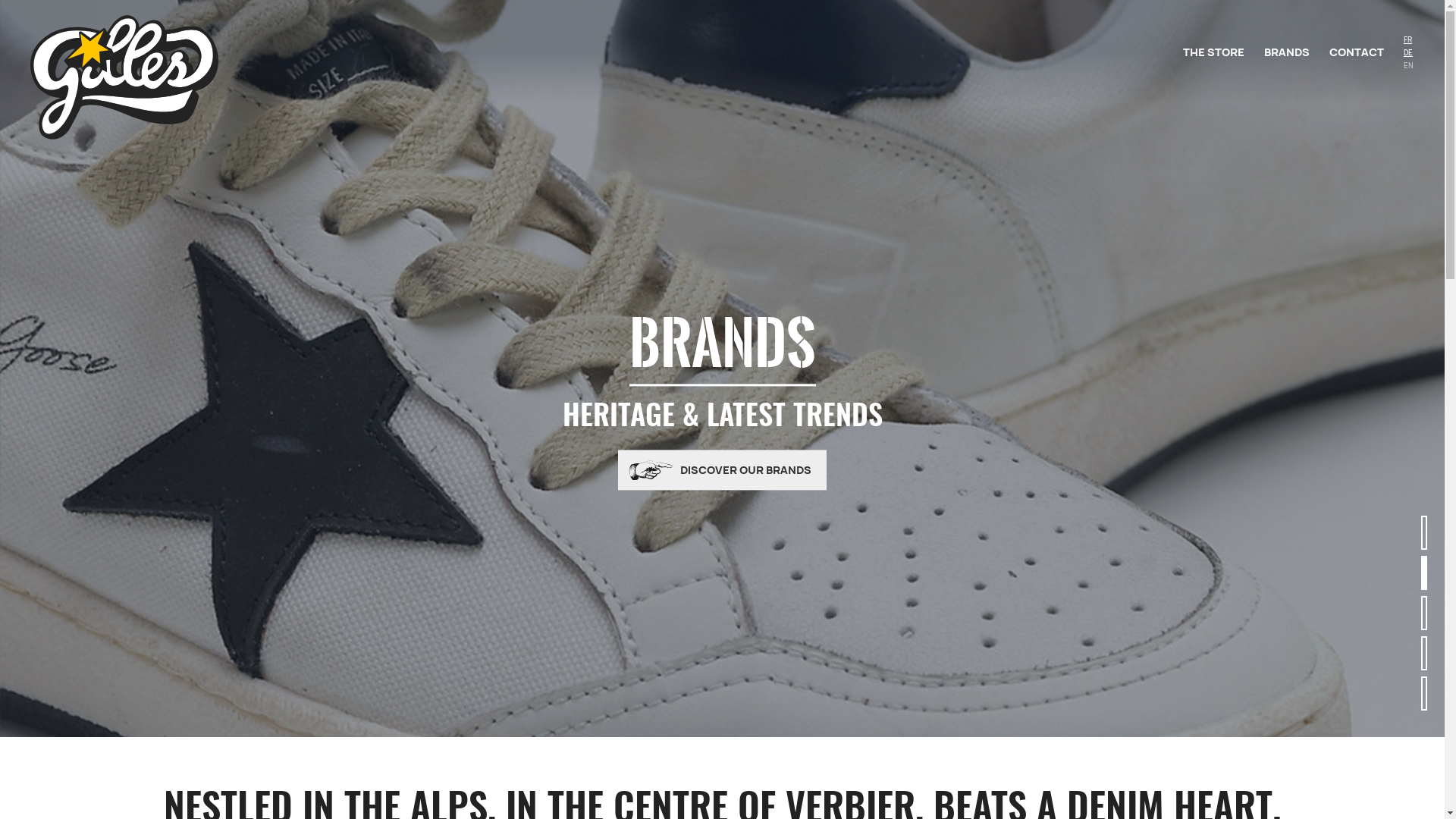  I want to click on 'EN', so click(1403, 64).